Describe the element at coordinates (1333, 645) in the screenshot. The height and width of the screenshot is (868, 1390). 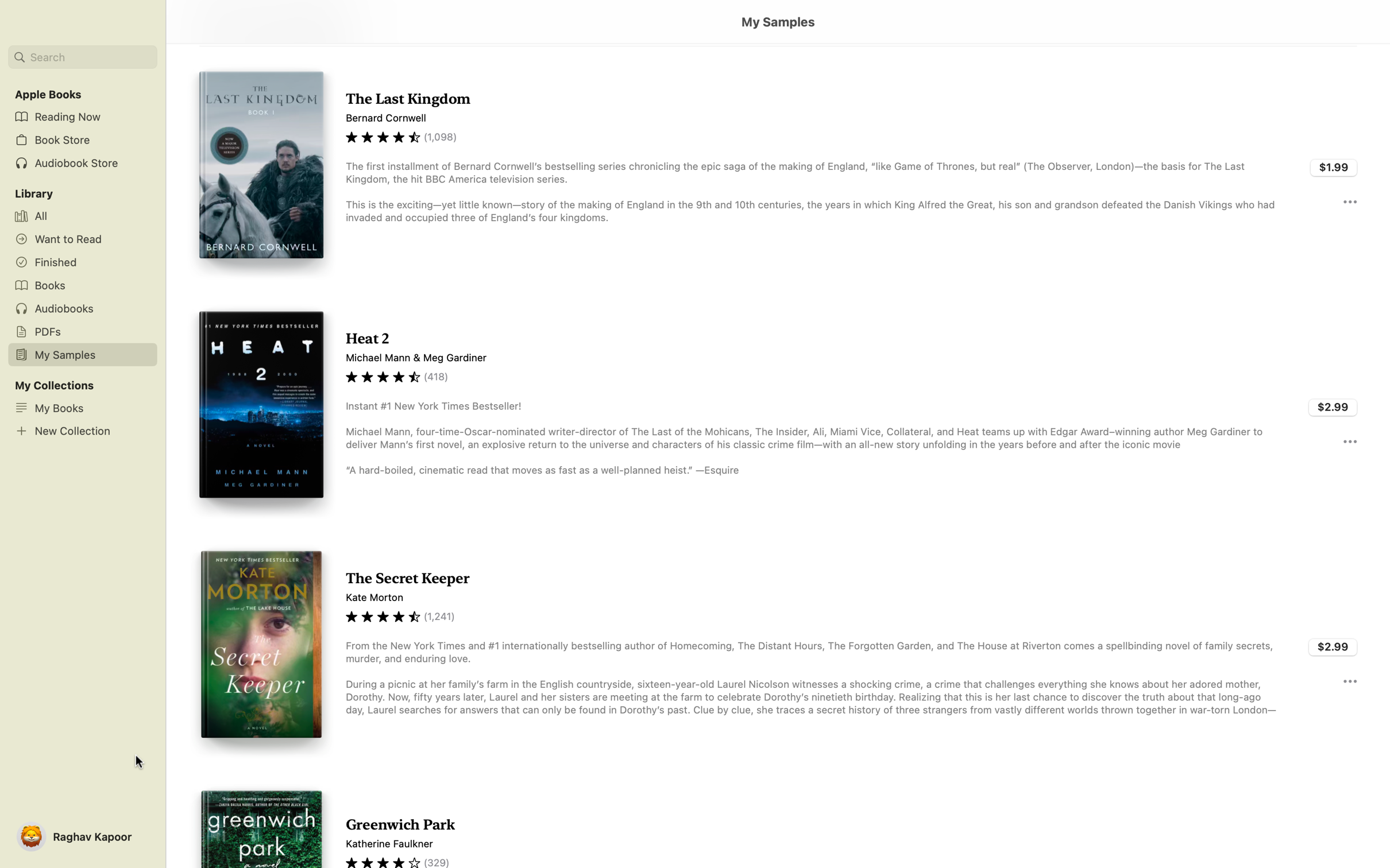
I see `Obtain entire version of book titled "Secret Keeper` at that location.